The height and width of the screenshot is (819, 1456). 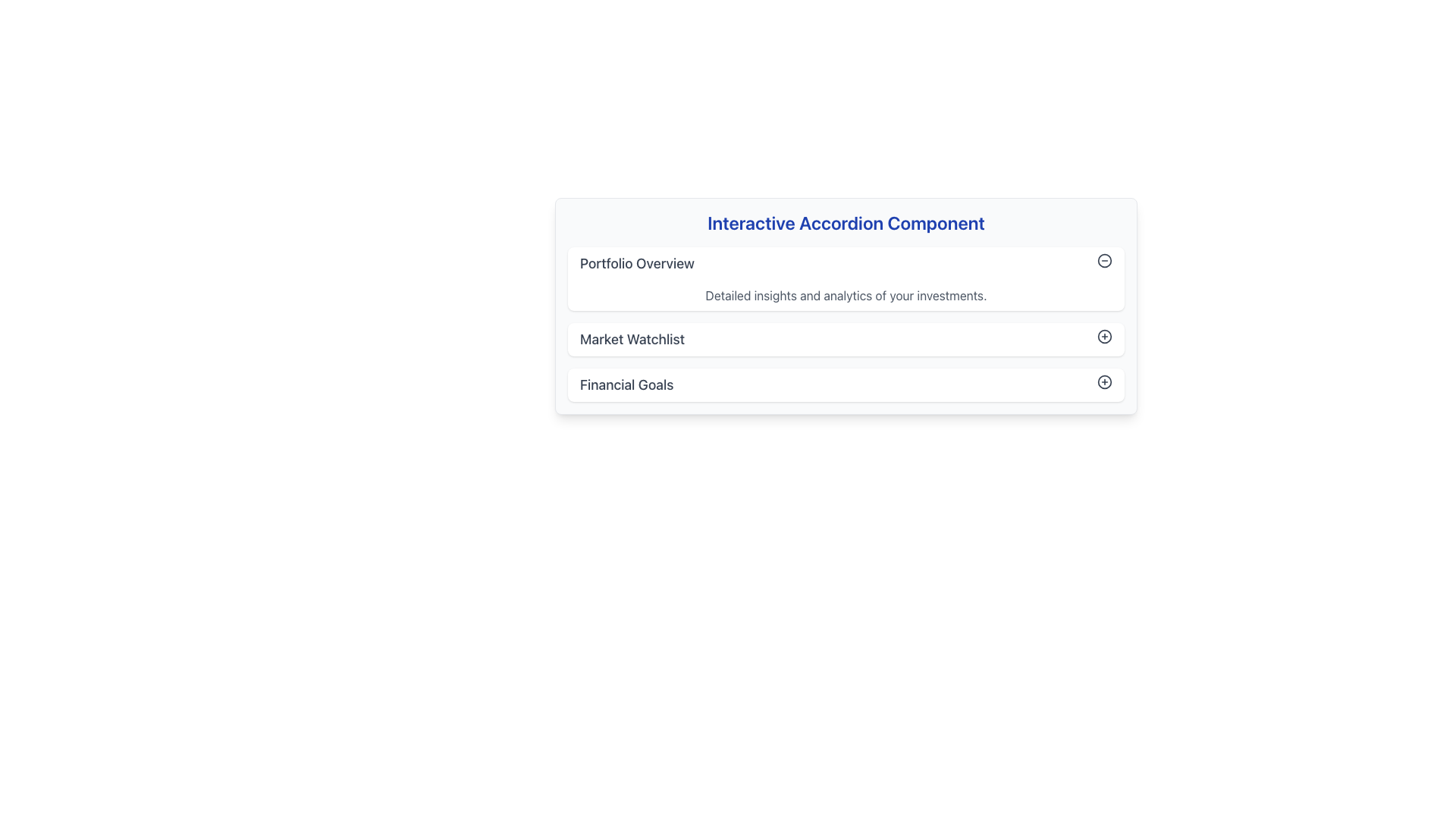 What do you see at coordinates (846, 295) in the screenshot?
I see `the descriptive paragraph providing additional information about the 'Portfolio Overview' section, located below the 'Portfolio Overview' header within the card widget` at bounding box center [846, 295].